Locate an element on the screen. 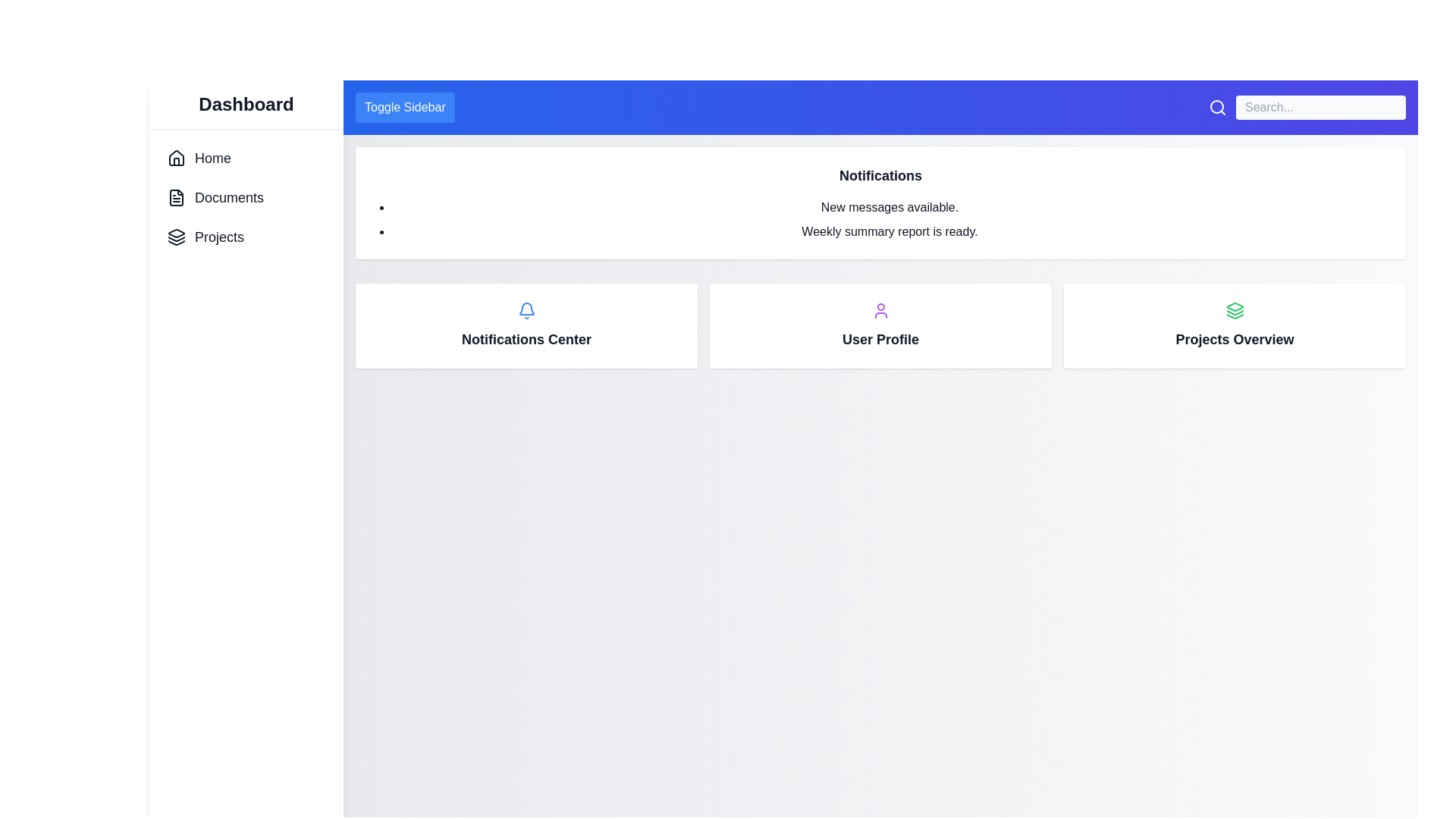 This screenshot has width=1456, height=819. the third graphical triangular icon in the sidebar menu that corresponds to the 'Projects' label is located at coordinates (177, 242).